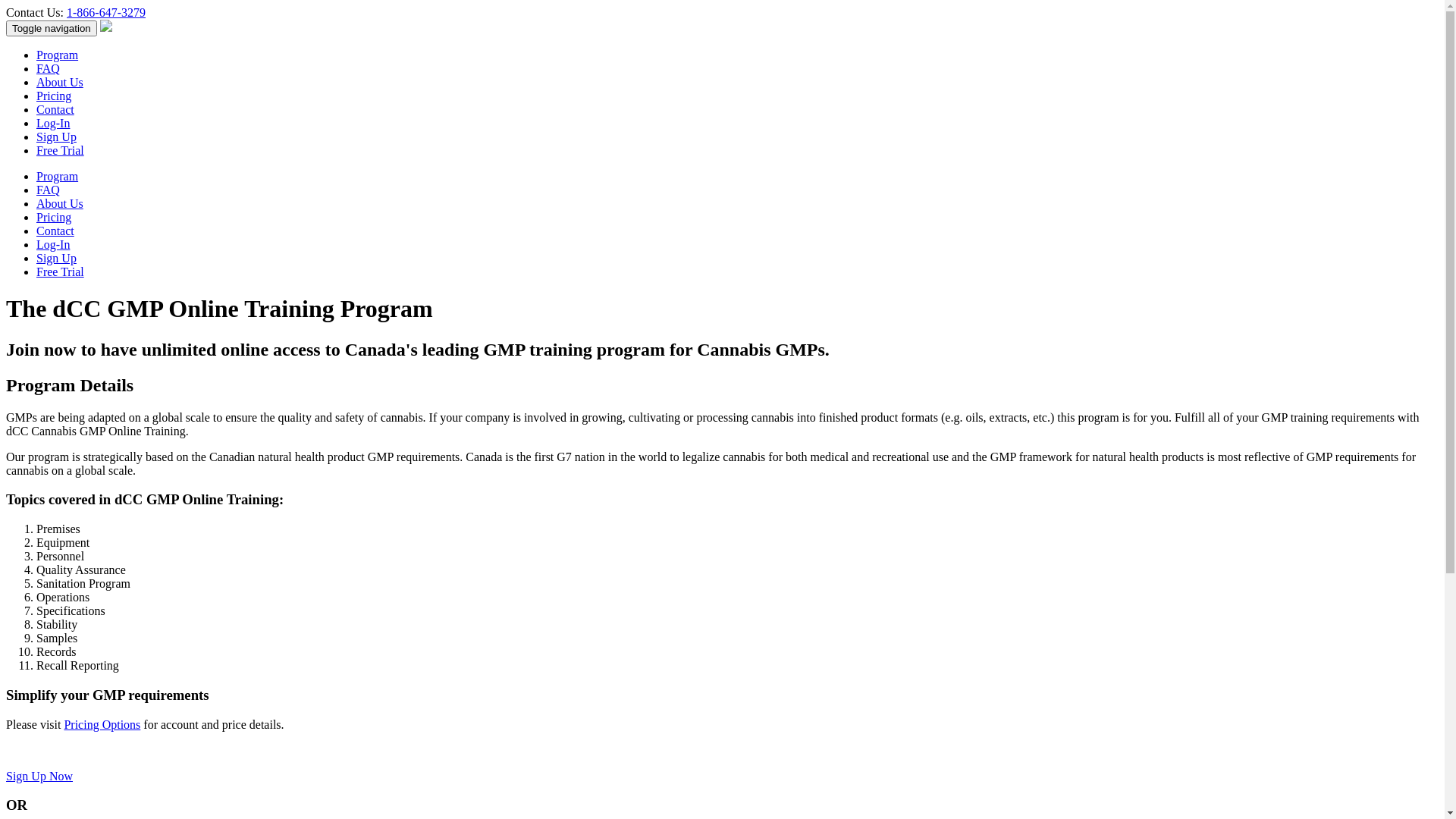 The width and height of the screenshot is (1456, 819). Describe the element at coordinates (62, 723) in the screenshot. I see `'Pricing Options'` at that location.